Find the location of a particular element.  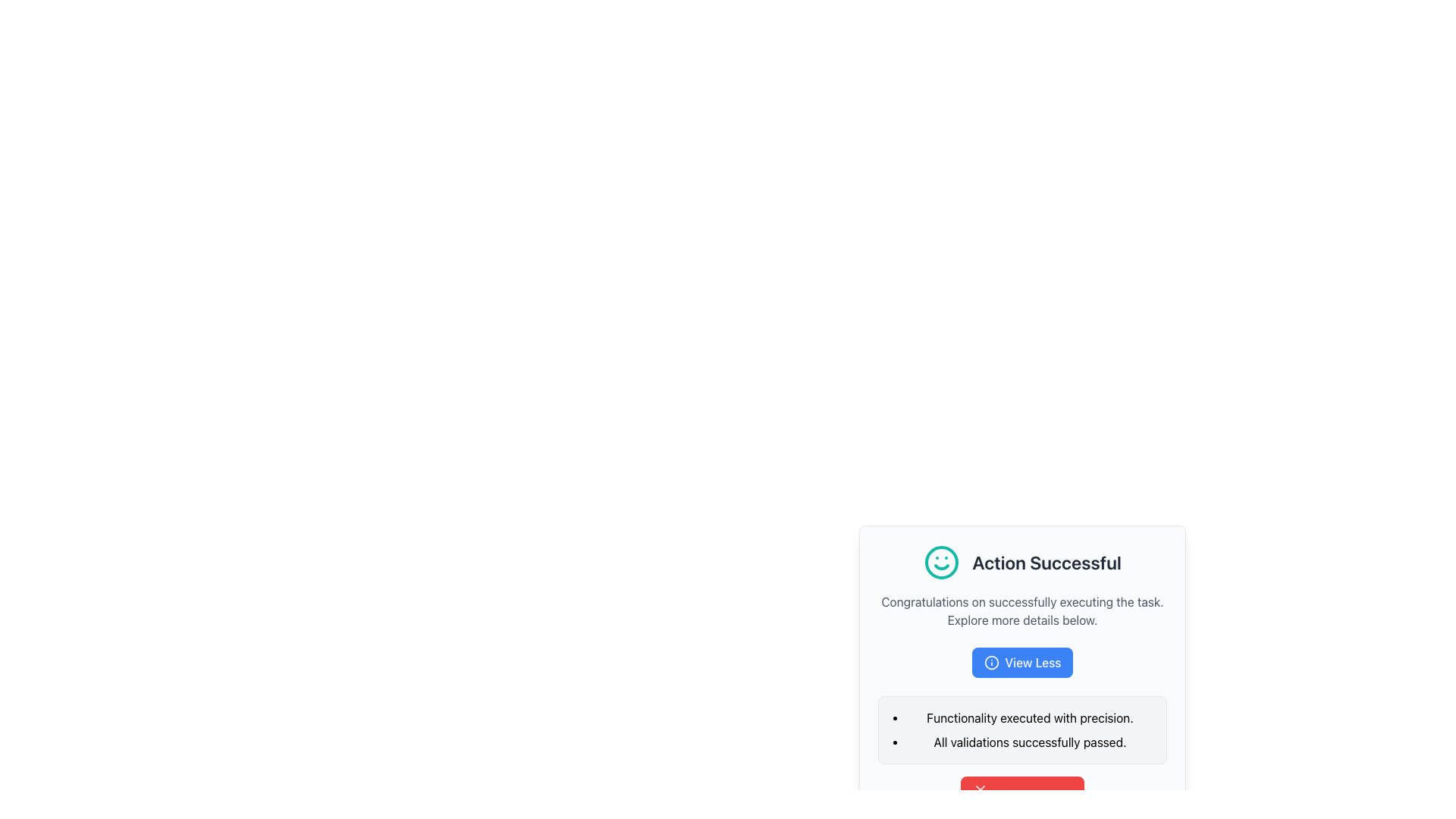

the second item in the bullet list under the header 'Action Successful', which displays a confirmation message indicating successful completion of a validation process is located at coordinates (1030, 742).